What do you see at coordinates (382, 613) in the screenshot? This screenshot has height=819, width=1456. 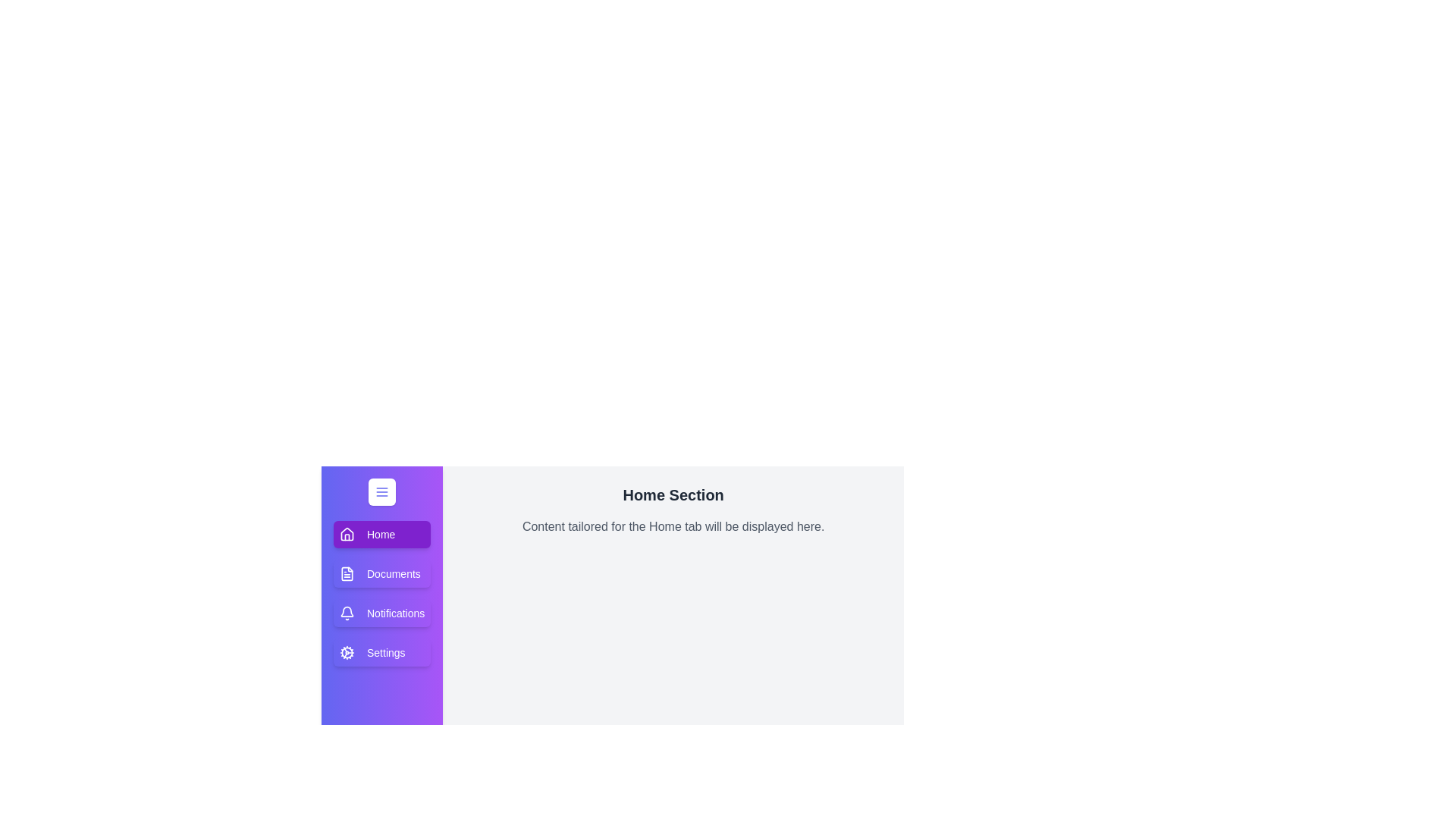 I see `the Notifications tab to view its content` at bounding box center [382, 613].